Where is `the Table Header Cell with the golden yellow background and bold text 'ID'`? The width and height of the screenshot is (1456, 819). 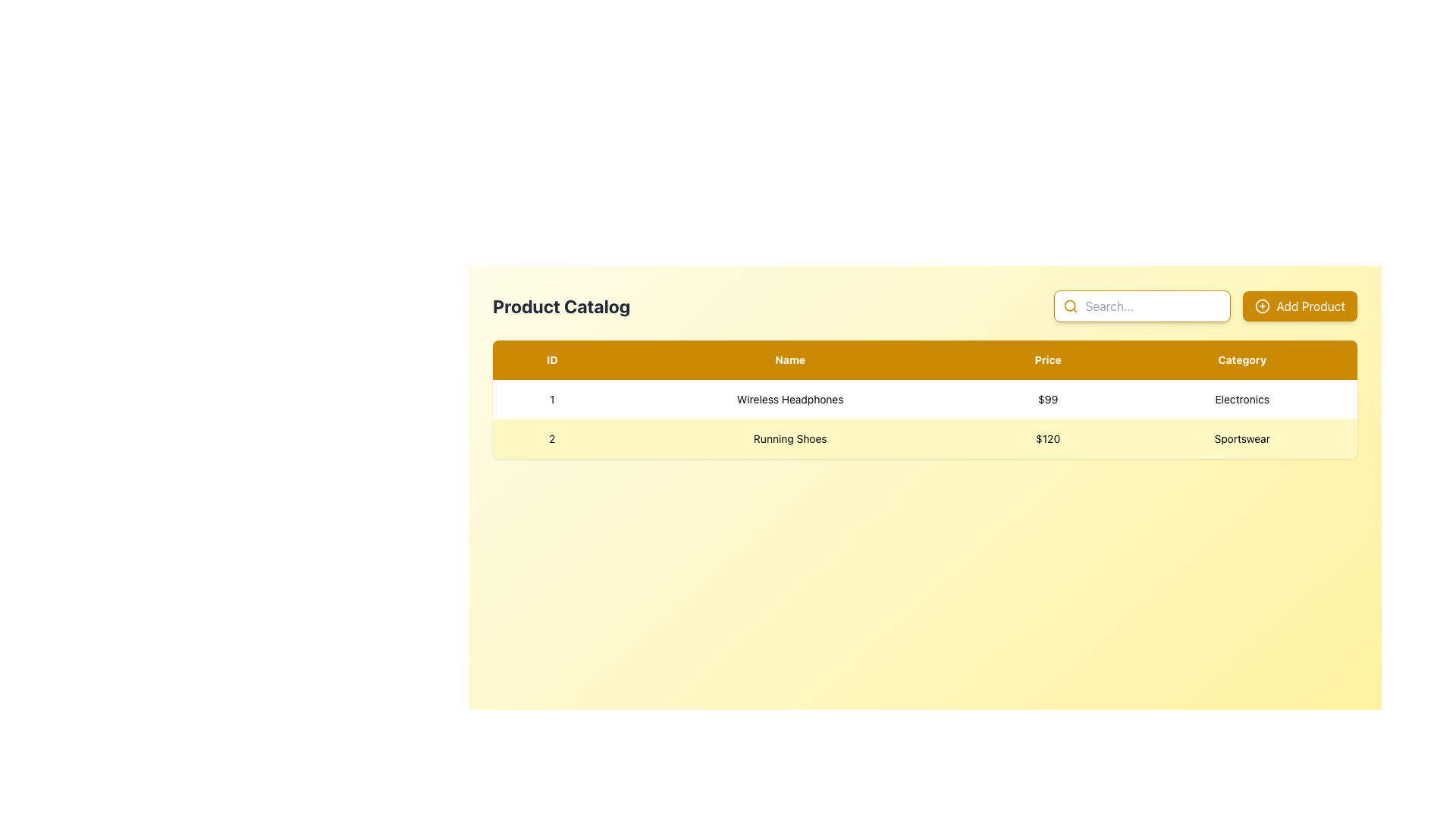
the Table Header Cell with the golden yellow background and bold text 'ID' is located at coordinates (551, 359).